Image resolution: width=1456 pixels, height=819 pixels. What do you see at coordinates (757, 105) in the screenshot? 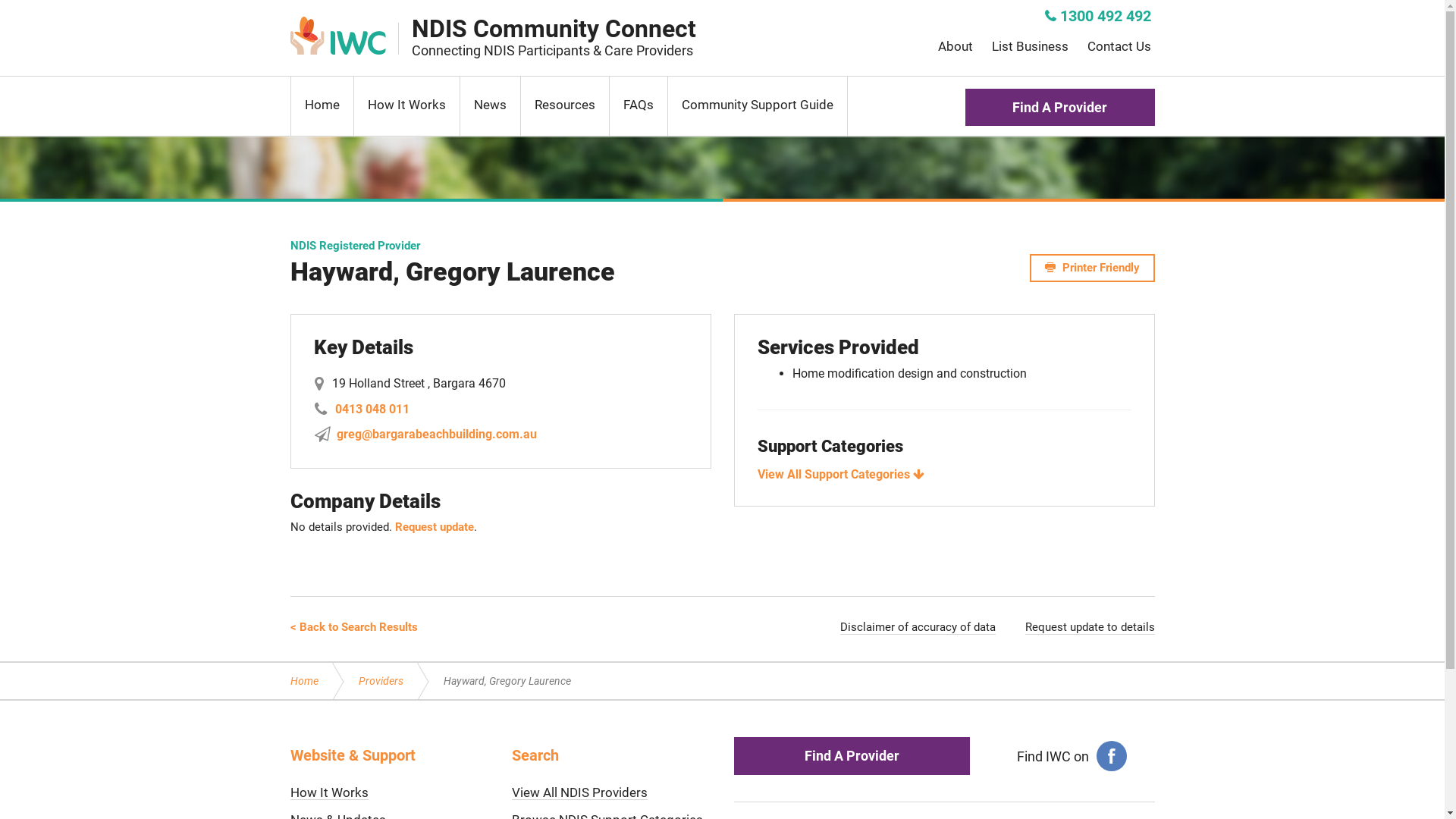
I see `'Community Support Guide'` at bounding box center [757, 105].